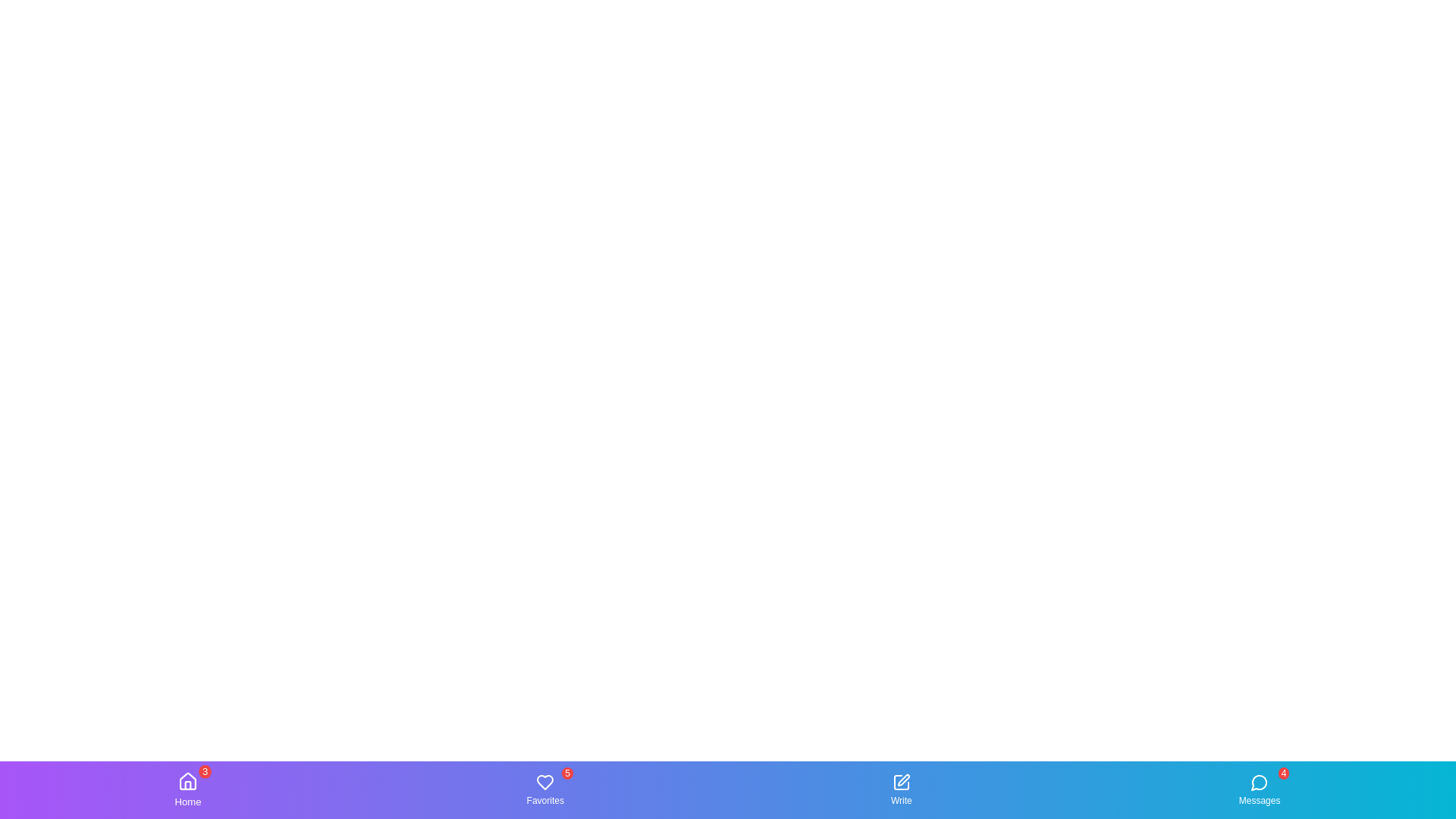  What do you see at coordinates (1260, 789) in the screenshot?
I see `the tab labeled Messages` at bounding box center [1260, 789].